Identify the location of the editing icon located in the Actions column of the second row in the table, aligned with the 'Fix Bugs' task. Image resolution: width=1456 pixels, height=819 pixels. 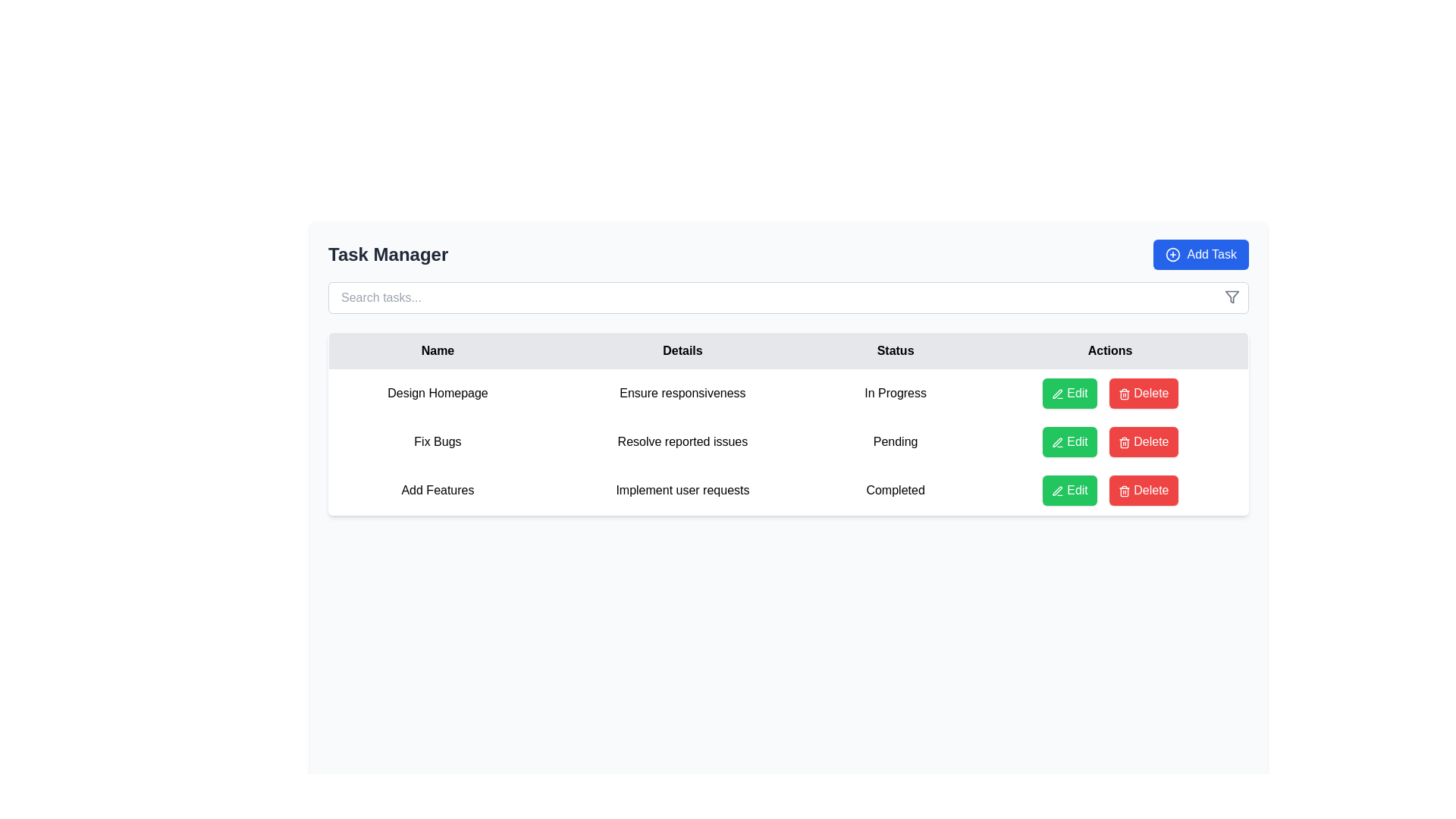
(1056, 393).